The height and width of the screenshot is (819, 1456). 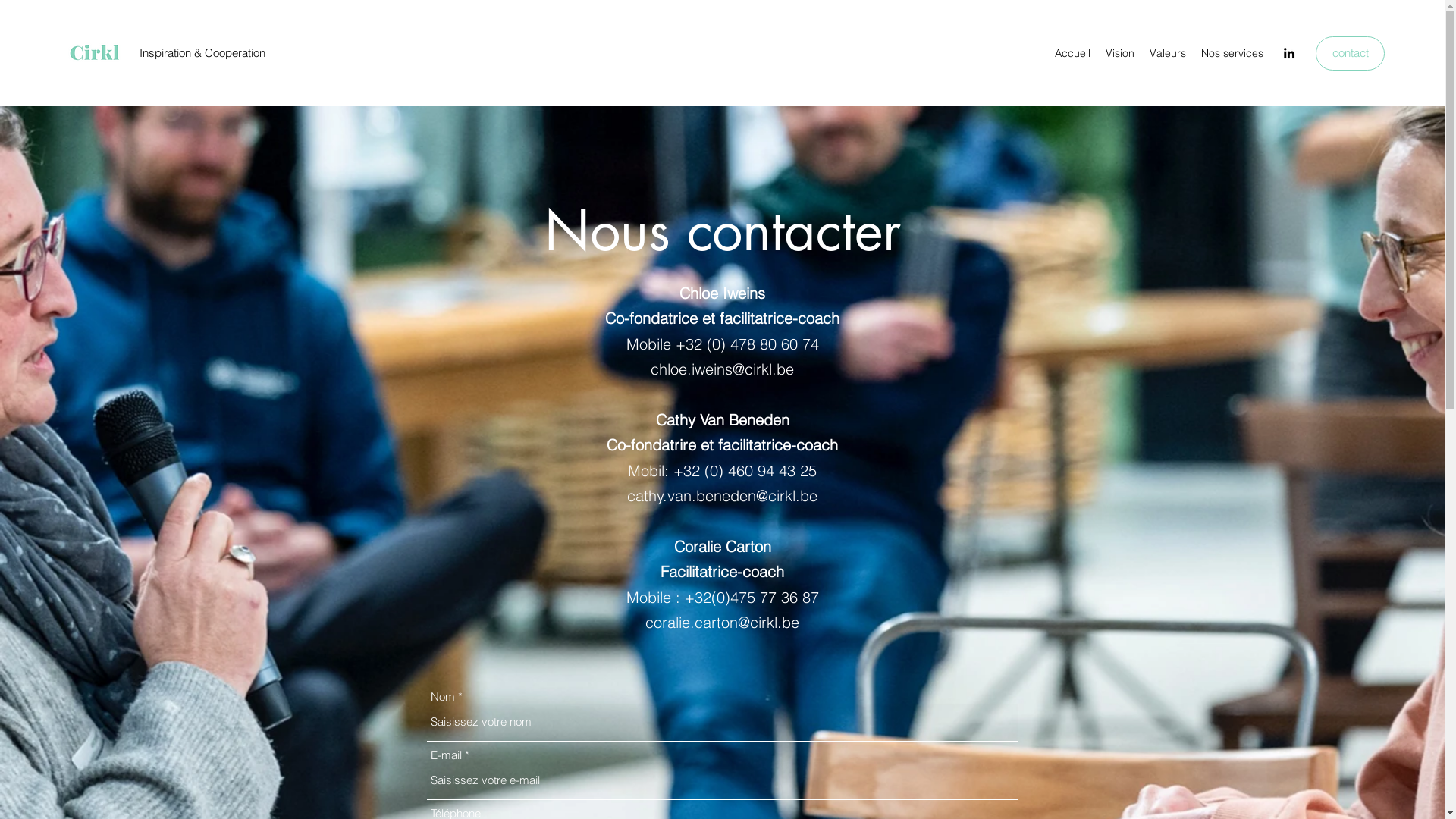 I want to click on 'contact', so click(x=1350, y=52).